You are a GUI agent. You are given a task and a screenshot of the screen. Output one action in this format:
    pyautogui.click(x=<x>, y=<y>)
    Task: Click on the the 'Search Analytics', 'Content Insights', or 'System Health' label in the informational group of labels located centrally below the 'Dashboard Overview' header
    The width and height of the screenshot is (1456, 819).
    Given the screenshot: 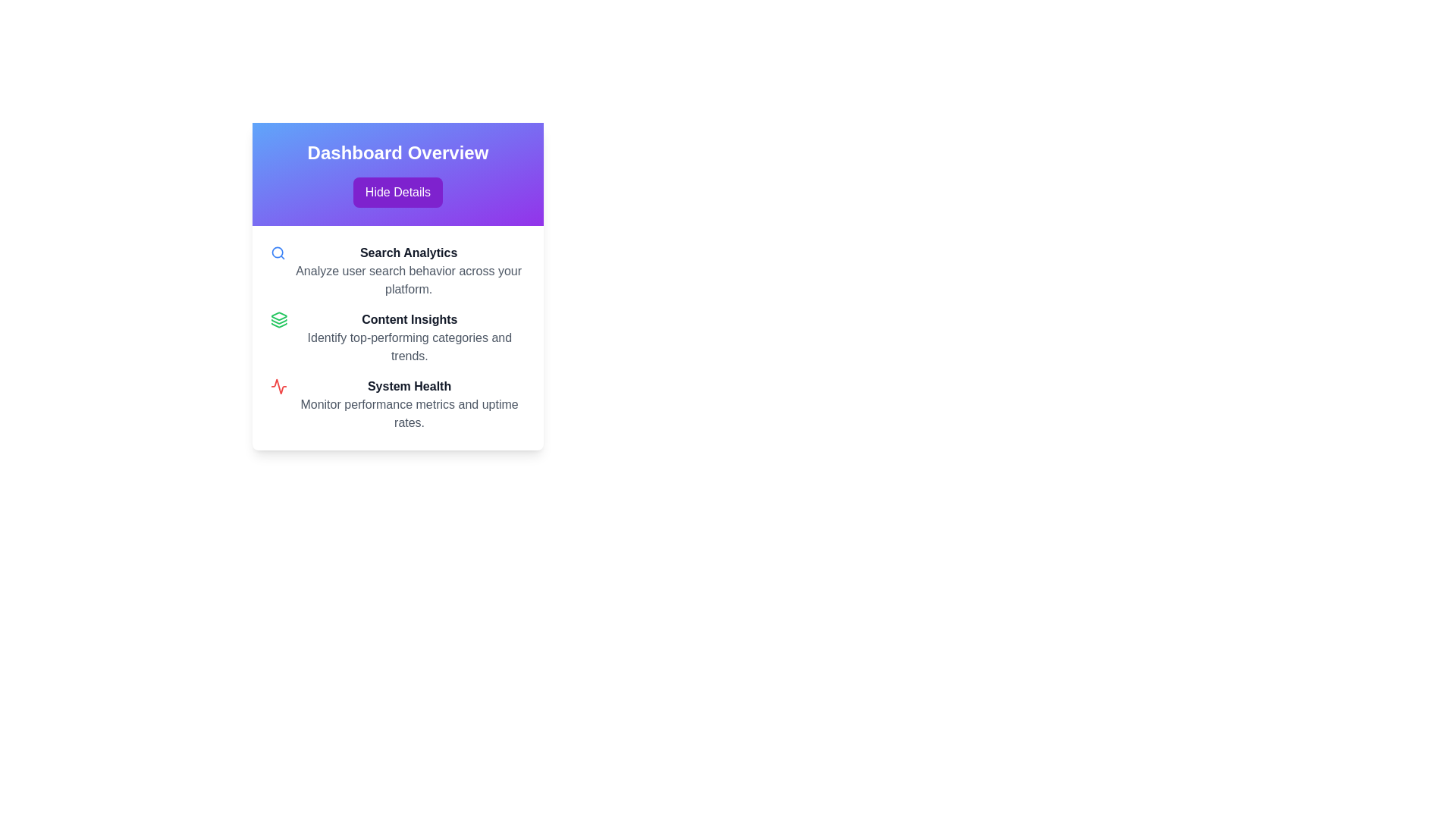 What is the action you would take?
    pyautogui.click(x=397, y=337)
    